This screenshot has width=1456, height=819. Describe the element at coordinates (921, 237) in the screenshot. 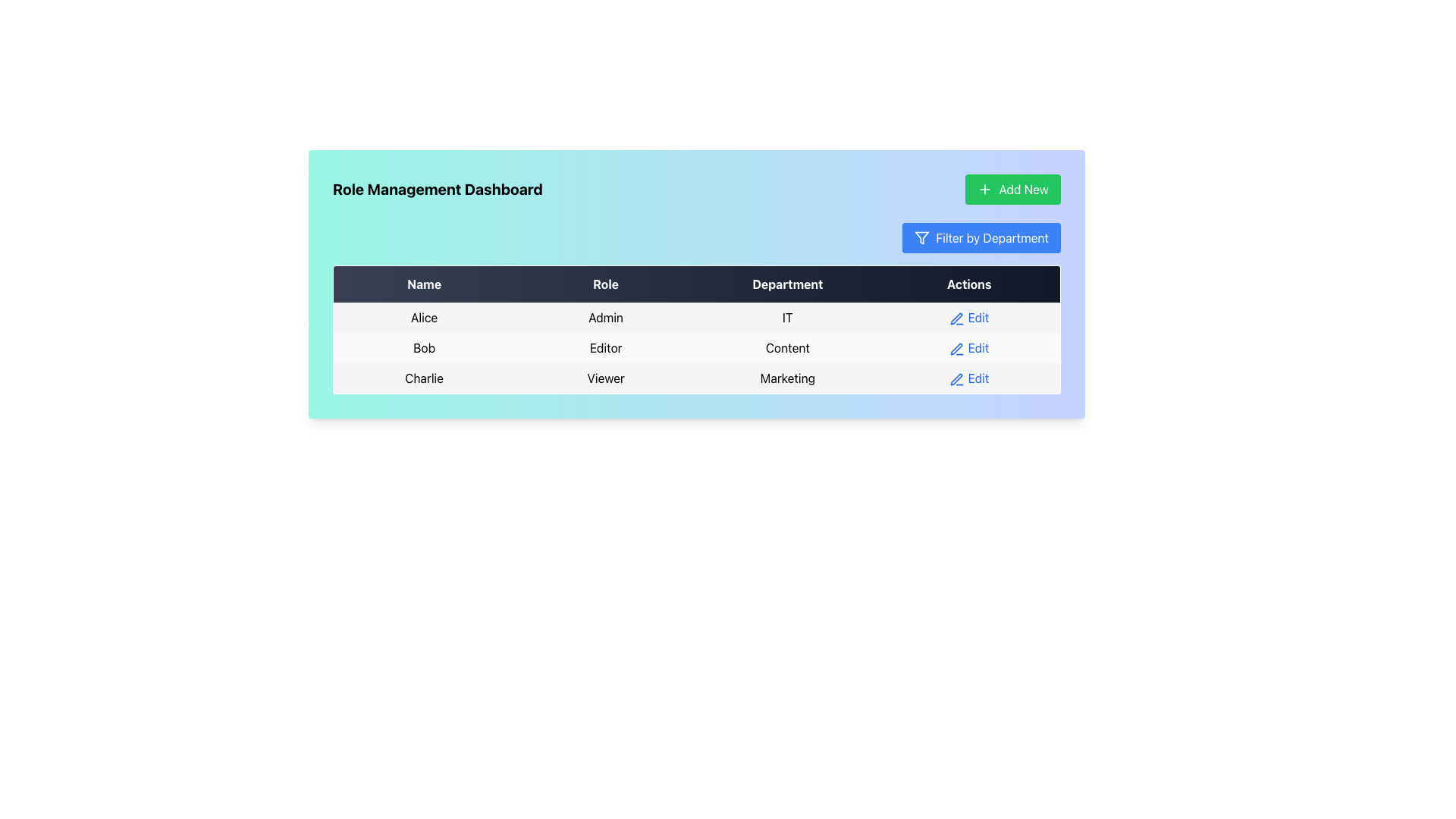

I see `the filter icon, which is a funnel-like SVG graphic with a thin black stroke, located within the blue button labeled 'Filter by Department'` at that location.